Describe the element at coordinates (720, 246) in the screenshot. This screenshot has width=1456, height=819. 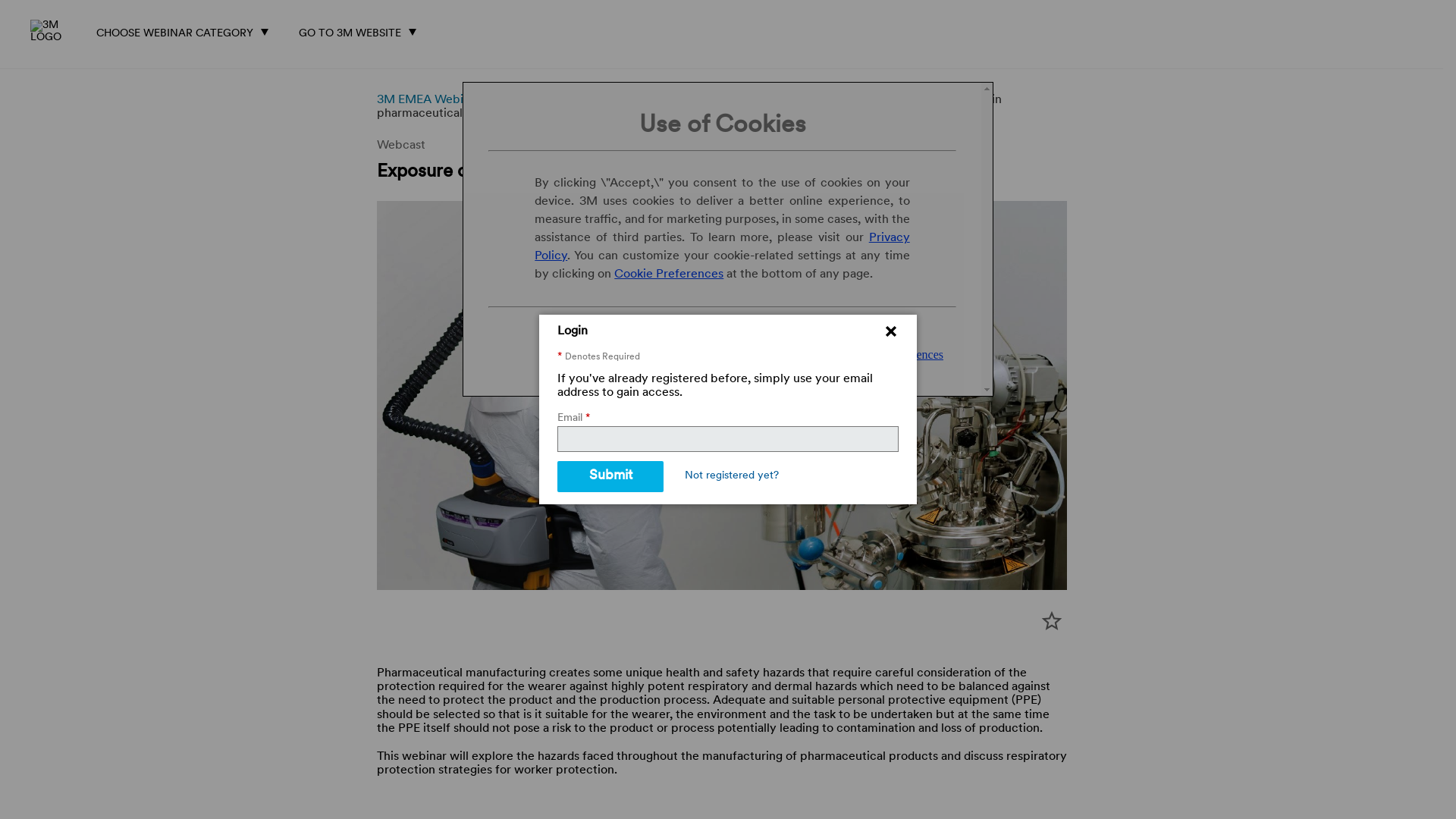
I see `'Privacy Policy'` at that location.